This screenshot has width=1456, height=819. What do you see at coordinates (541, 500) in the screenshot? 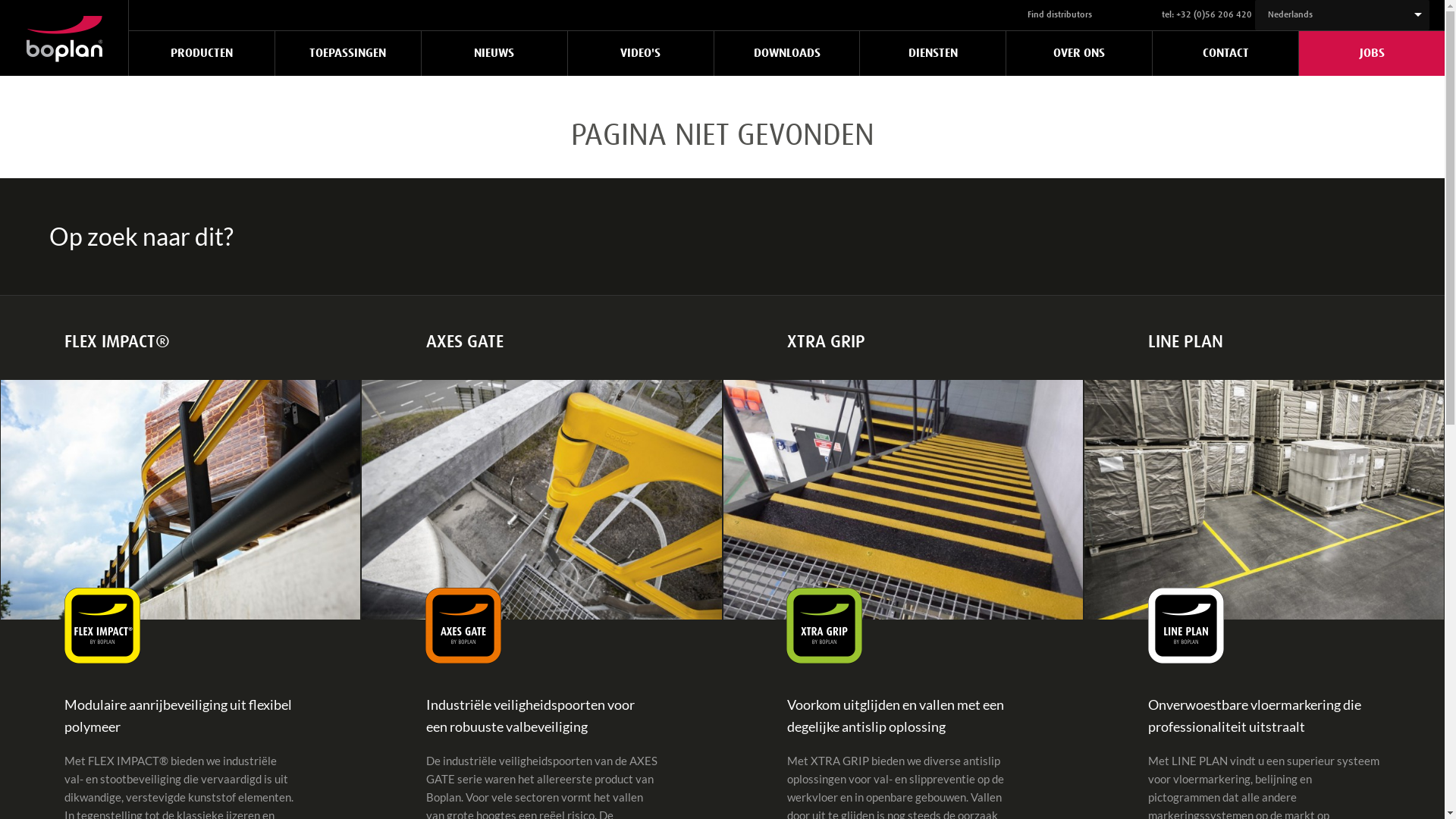
I see `'Boplan Double Axes Gate'` at bounding box center [541, 500].